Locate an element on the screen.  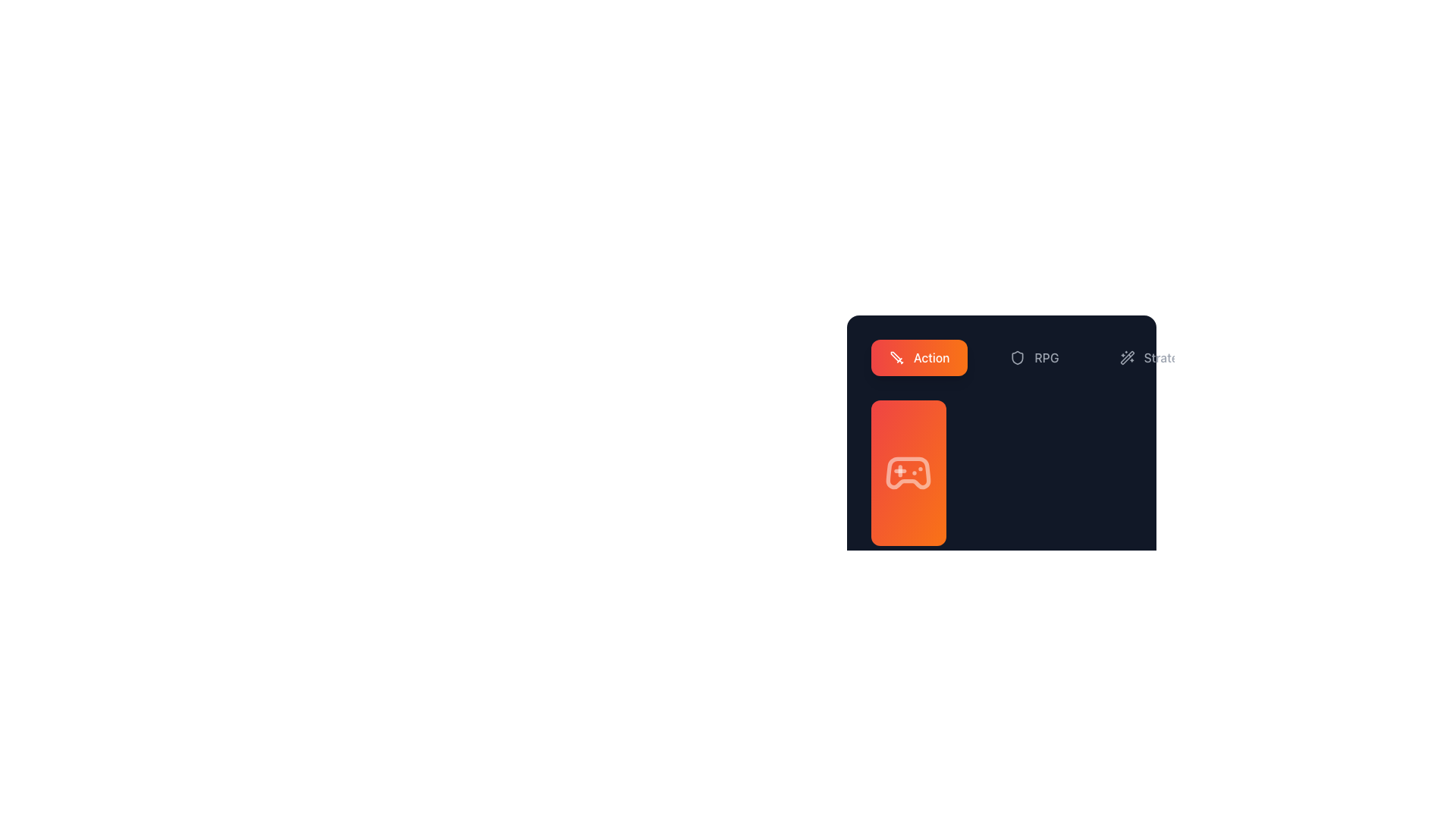
the 'RPG' button, which is styled with a shield icon and is positioned second among game genre labels is located at coordinates (1034, 357).